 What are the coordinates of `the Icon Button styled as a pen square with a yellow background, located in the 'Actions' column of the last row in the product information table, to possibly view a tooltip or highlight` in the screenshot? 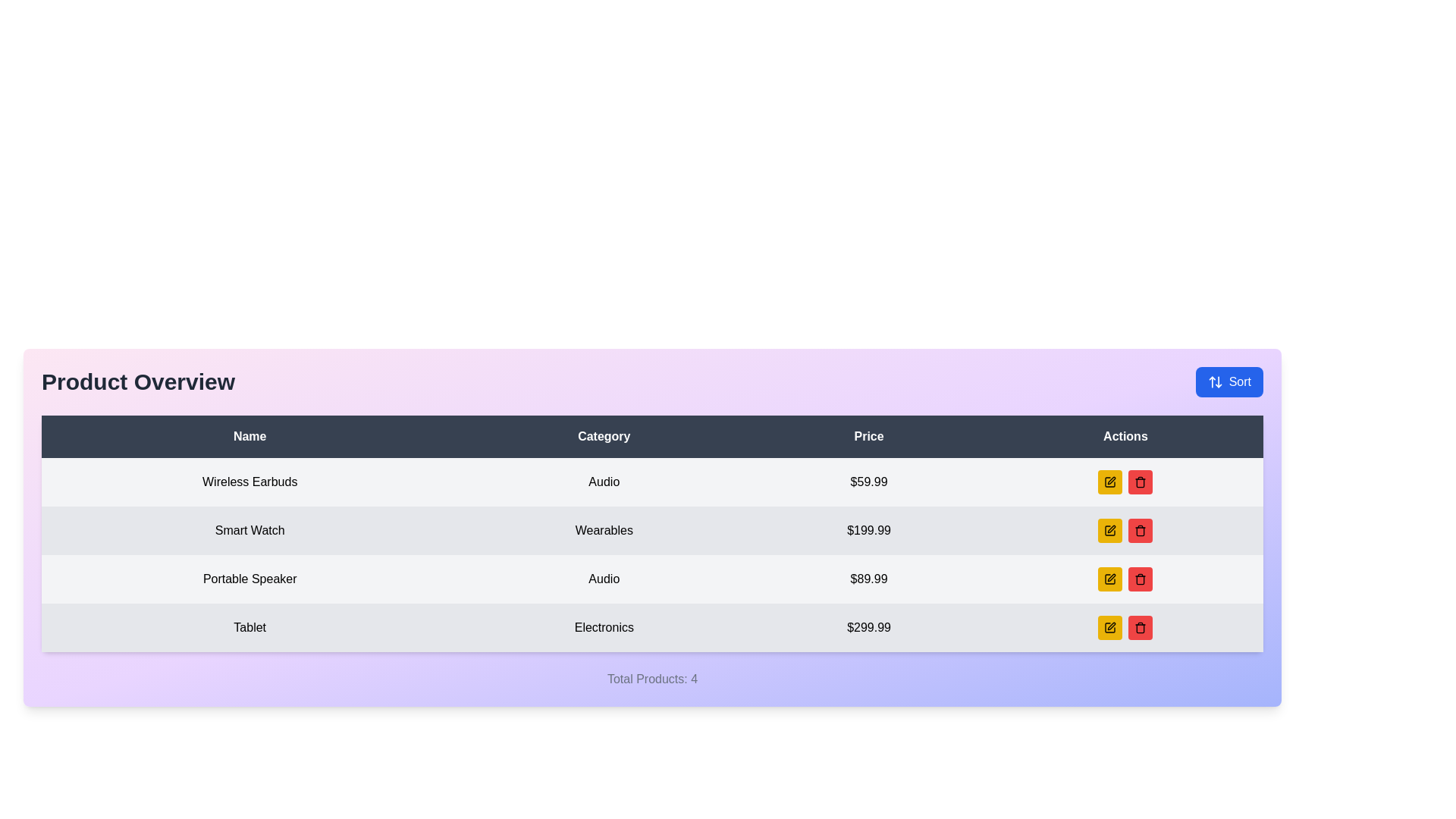 It's located at (1110, 579).